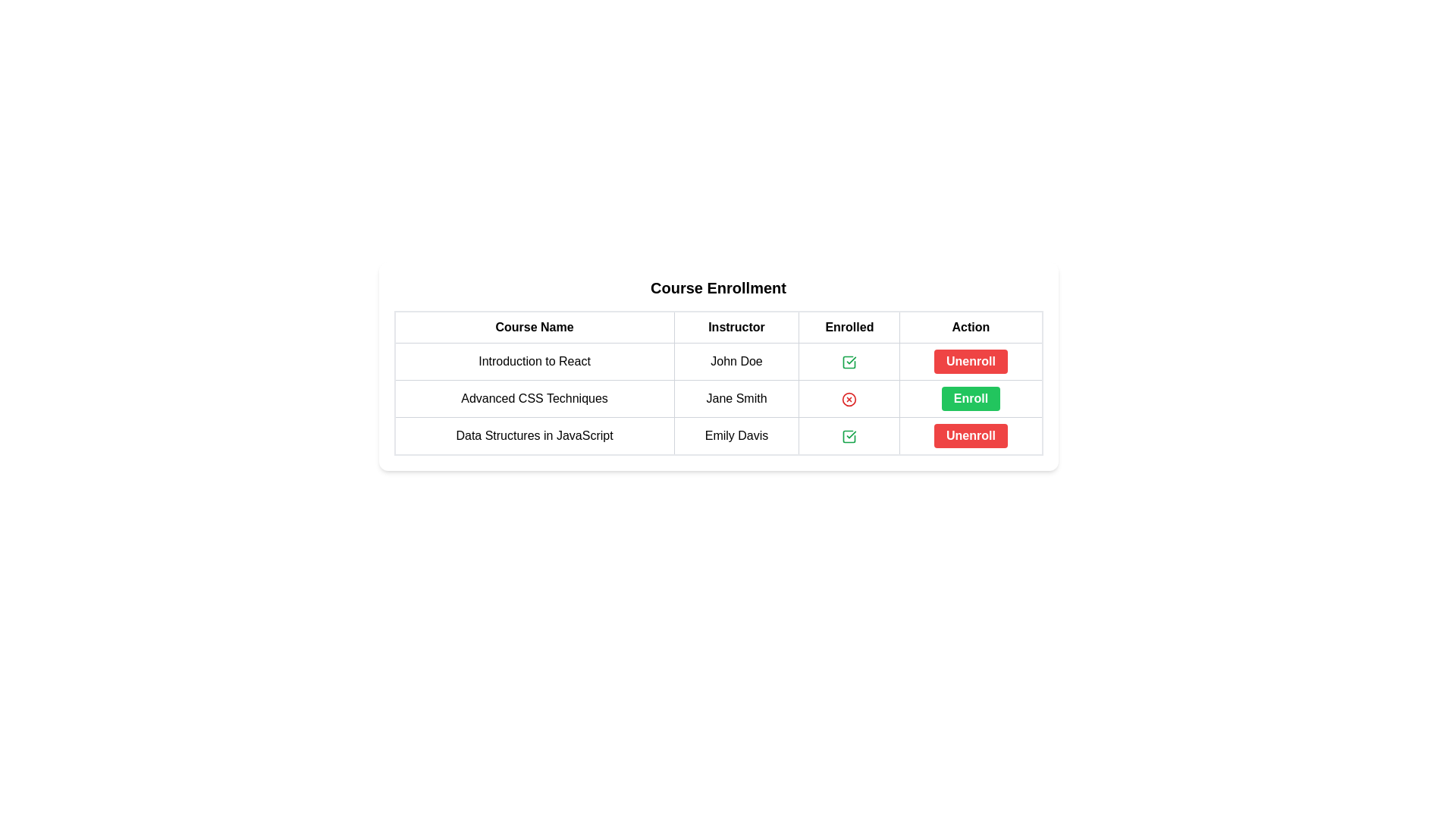  What do you see at coordinates (534, 397) in the screenshot?
I see `the text label displaying 'Advanced CSS Techniques' in the Course Enrollment table, located in the second row and first column` at bounding box center [534, 397].